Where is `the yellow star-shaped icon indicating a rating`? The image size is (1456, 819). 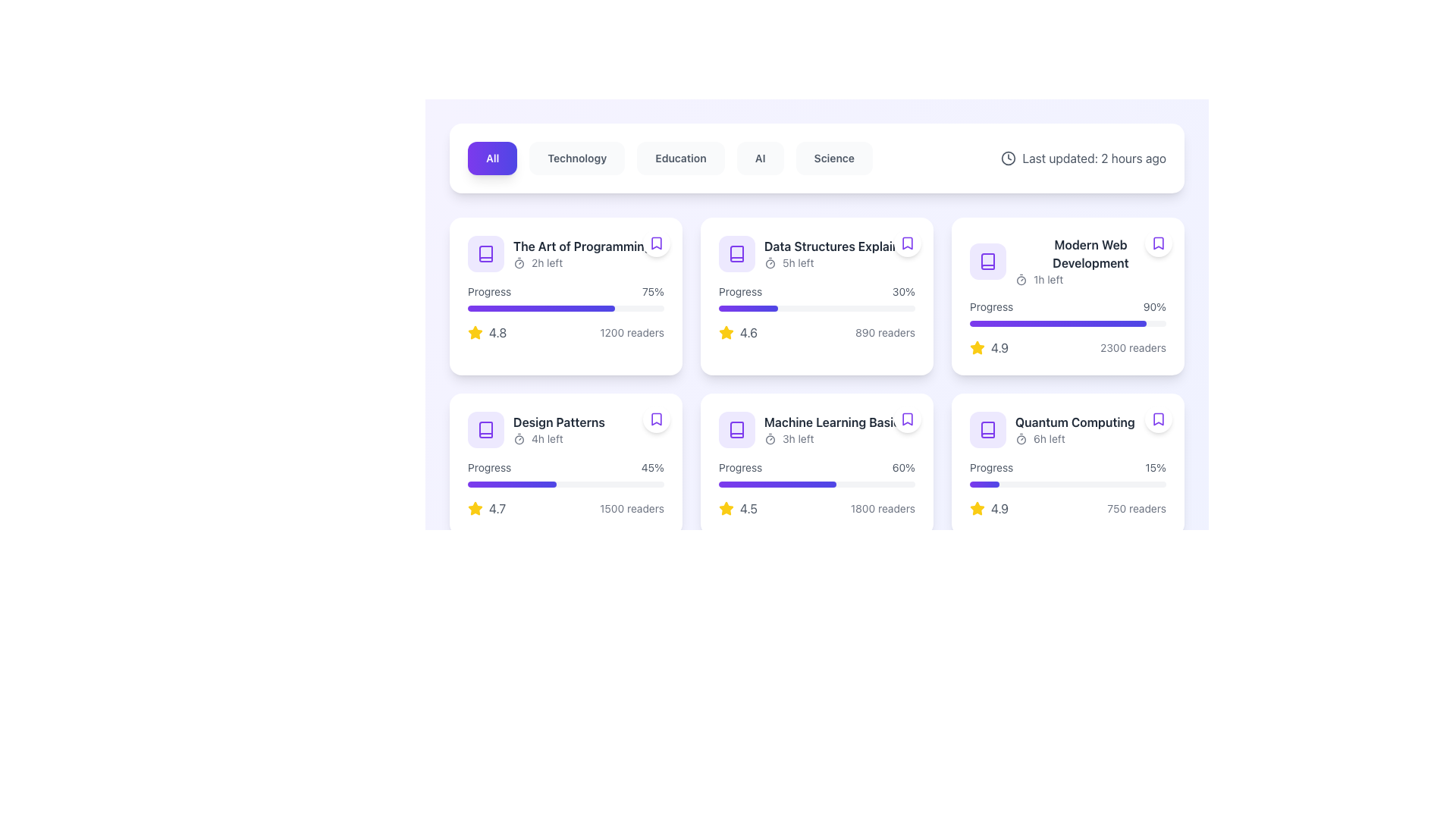 the yellow star-shaped icon indicating a rating is located at coordinates (726, 332).